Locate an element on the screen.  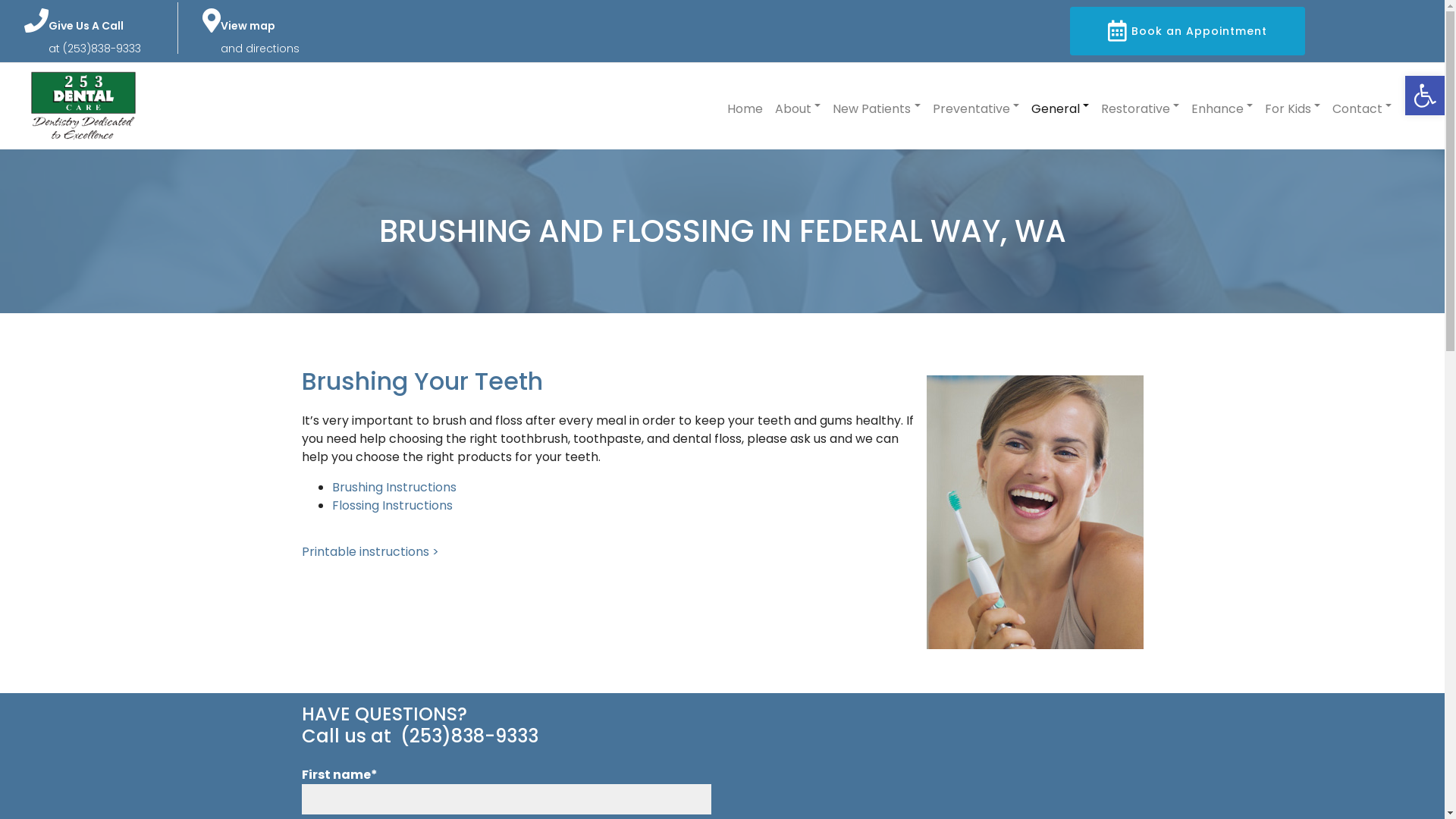
'General' is located at coordinates (1059, 105).